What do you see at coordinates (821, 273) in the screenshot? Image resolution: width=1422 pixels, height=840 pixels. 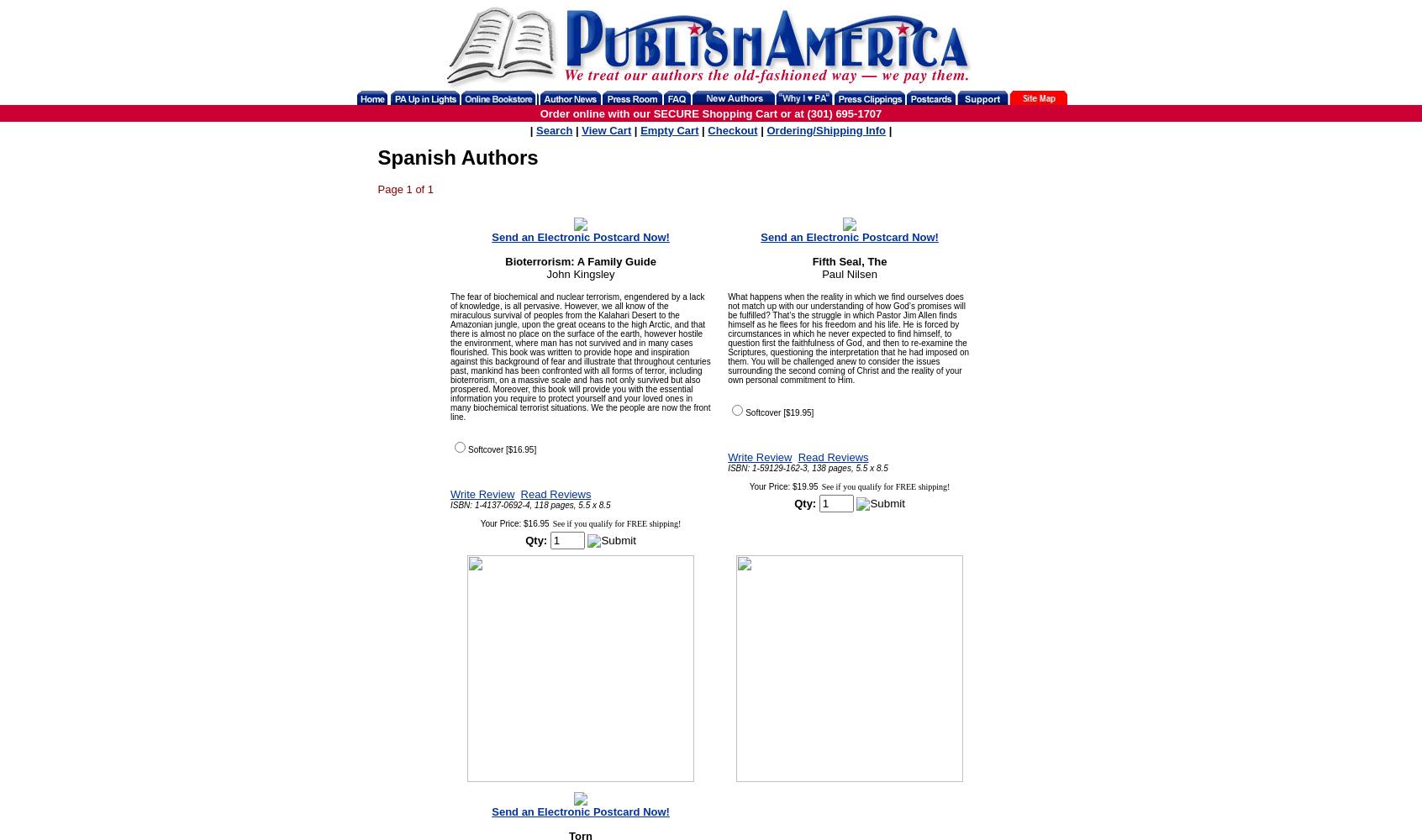 I see `'Paul Nilsen'` at bounding box center [821, 273].